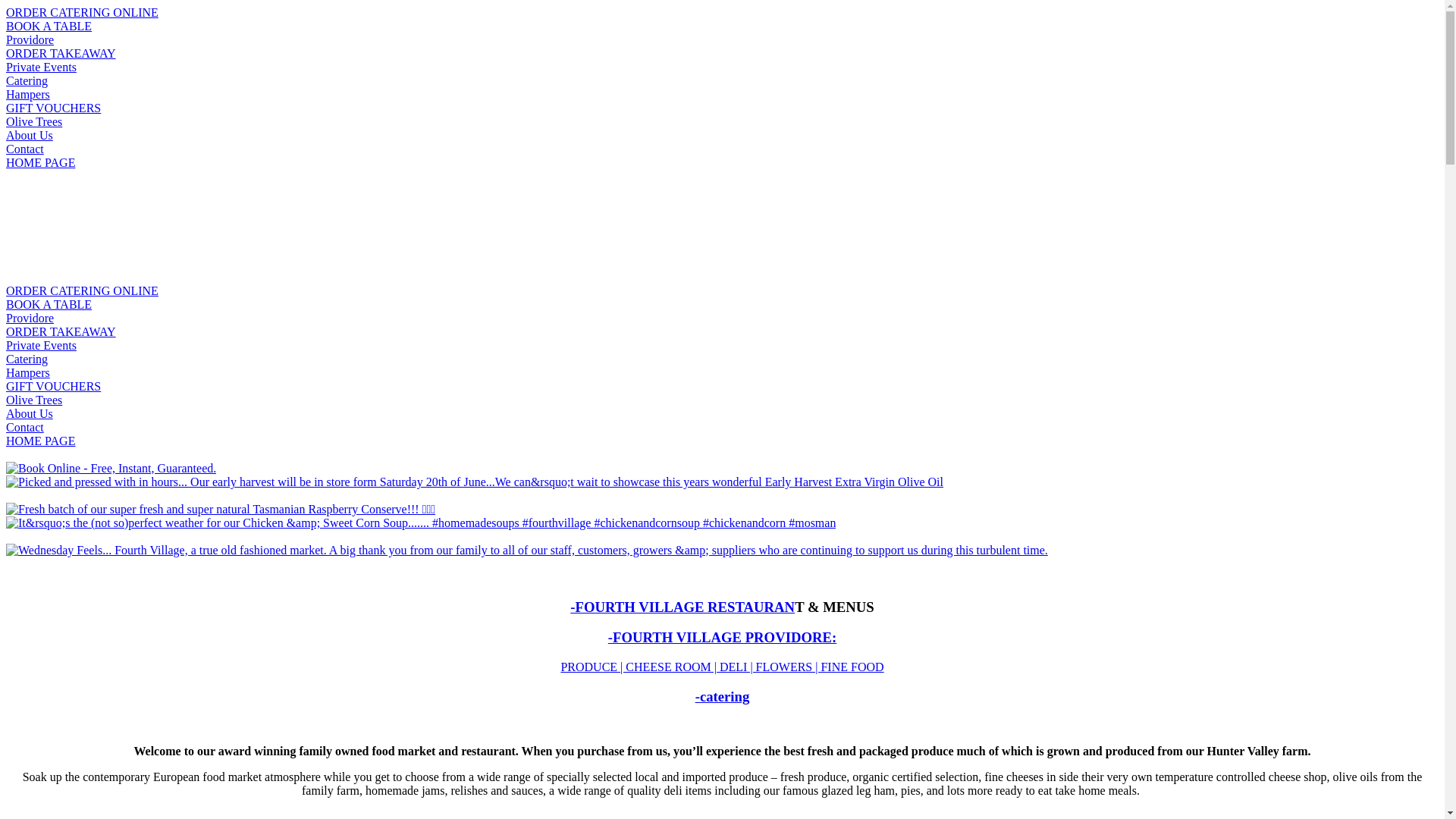 The image size is (1456, 819). I want to click on 'Catering', so click(27, 80).